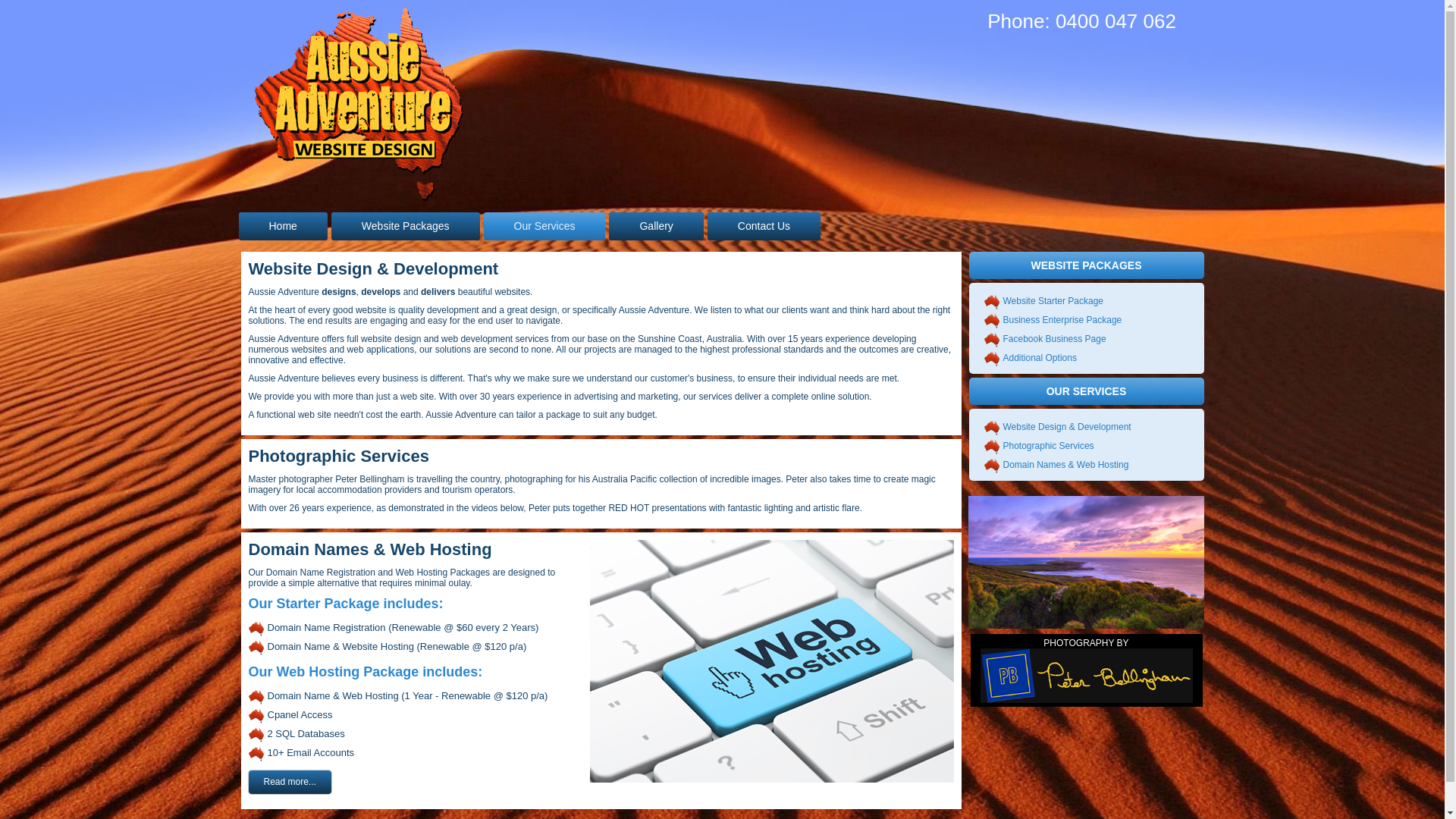  Describe the element at coordinates (1053, 338) in the screenshot. I see `'Facebook Business Page'` at that location.